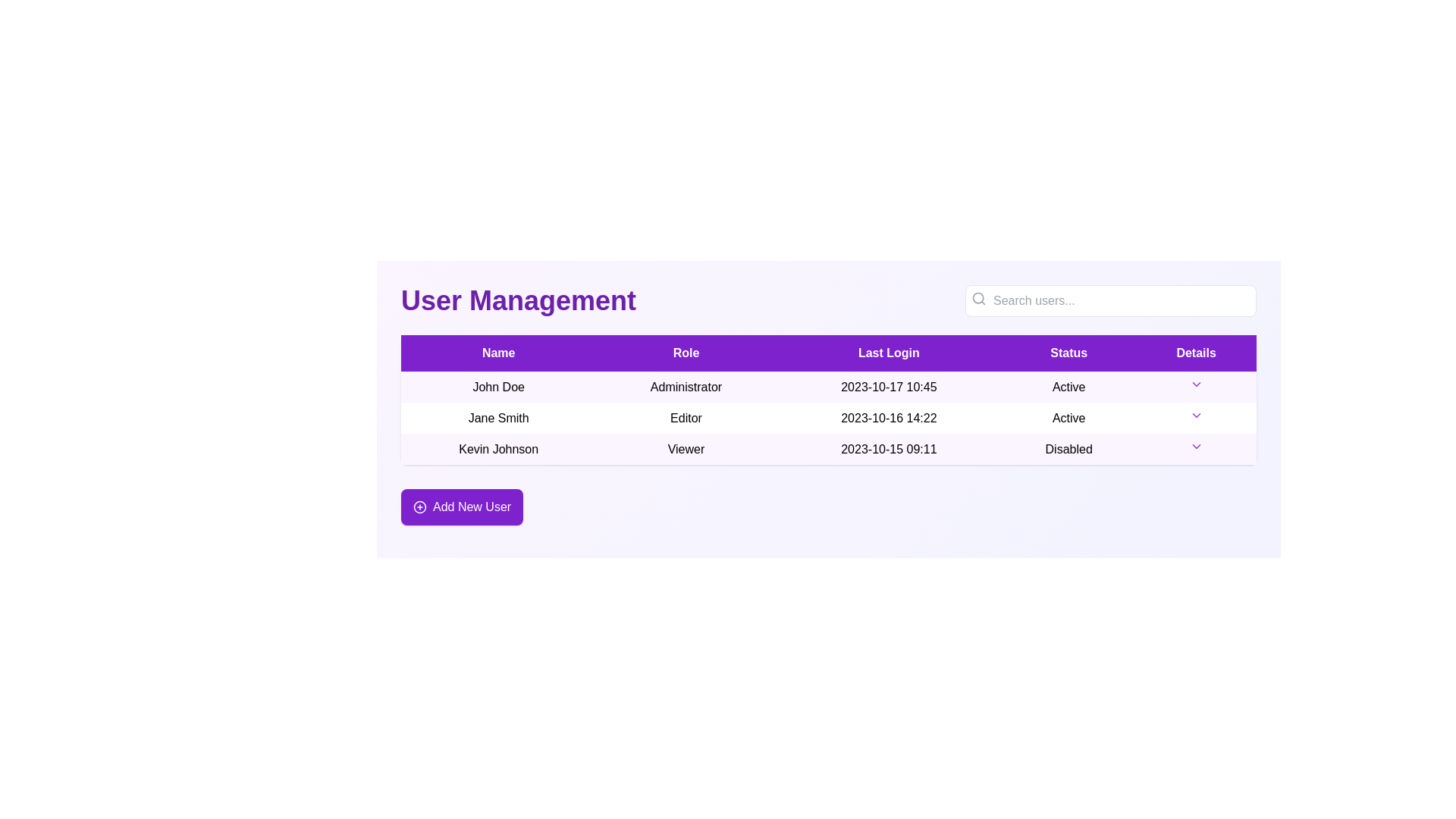 The height and width of the screenshot is (819, 1456). What do you see at coordinates (498, 353) in the screenshot?
I see `text of the purple-colored header cell labeled 'Name' located at the far-left position in the table header row` at bounding box center [498, 353].